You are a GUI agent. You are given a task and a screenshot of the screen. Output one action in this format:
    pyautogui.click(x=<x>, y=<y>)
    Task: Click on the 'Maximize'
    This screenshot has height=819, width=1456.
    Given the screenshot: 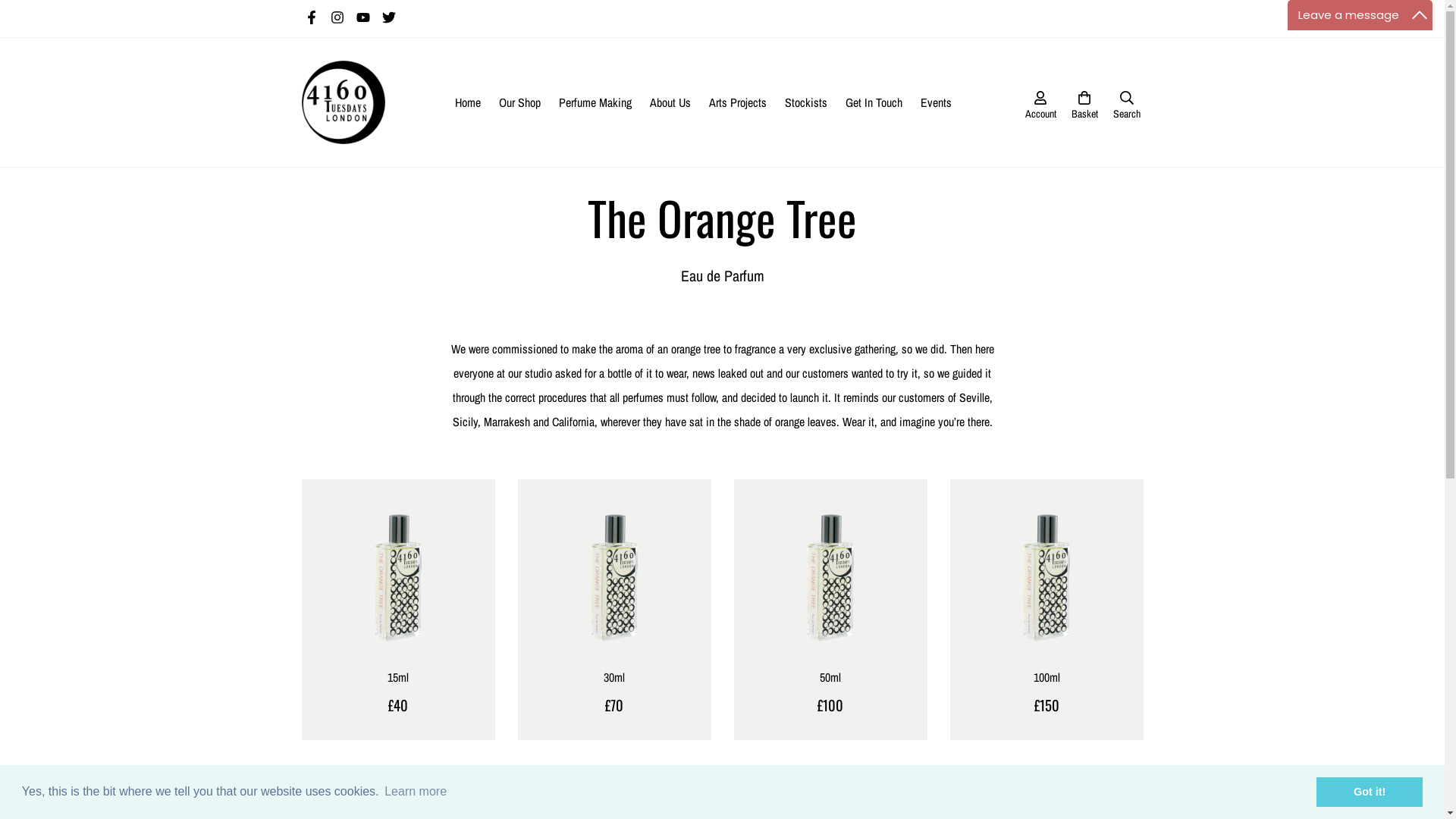 What is the action you would take?
    pyautogui.click(x=1419, y=14)
    